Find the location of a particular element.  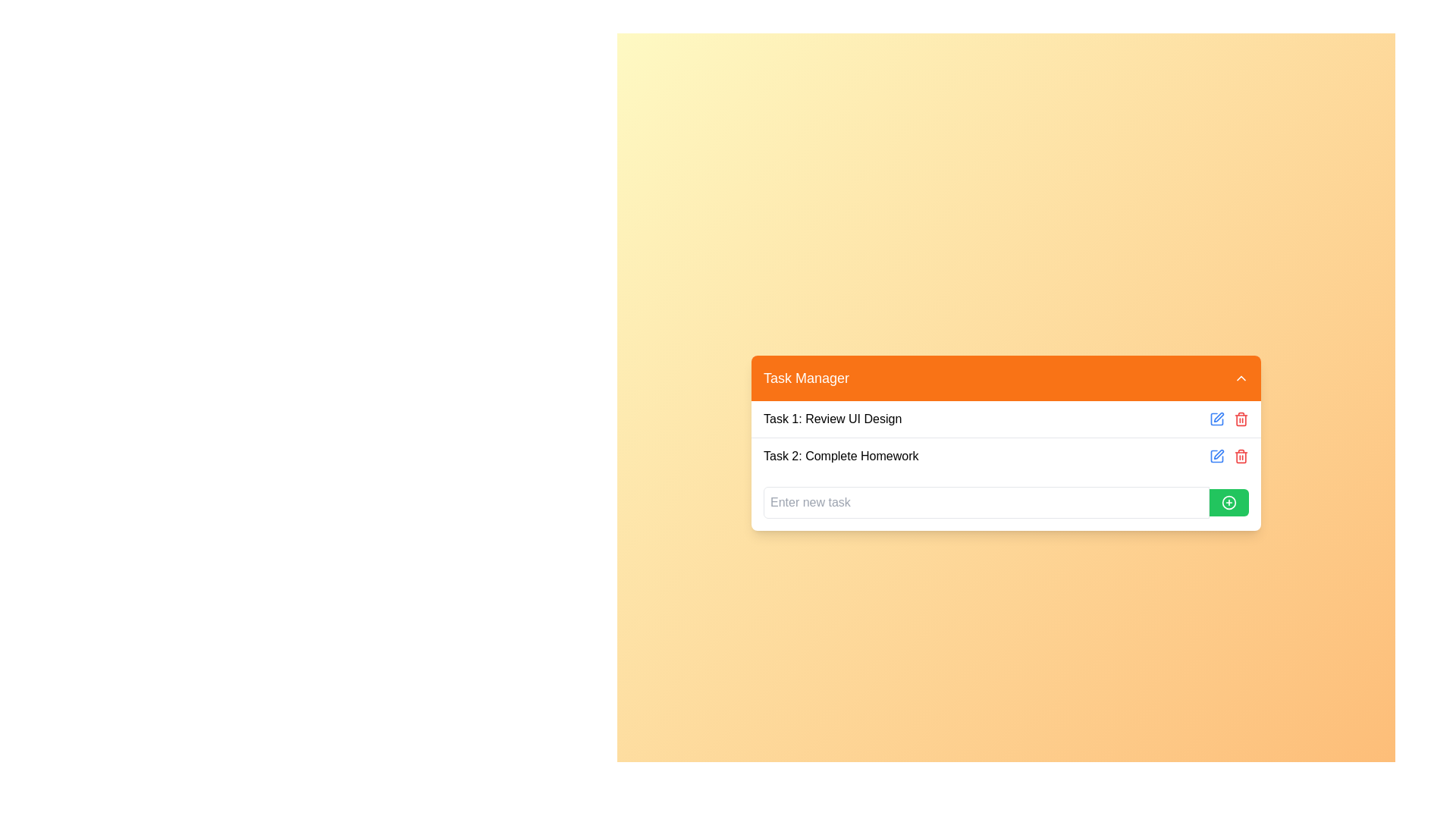

the static text element displaying 'Task 1: Review UI Design', which is prominently placed in the first task item slot of the task manager interface is located at coordinates (832, 419).